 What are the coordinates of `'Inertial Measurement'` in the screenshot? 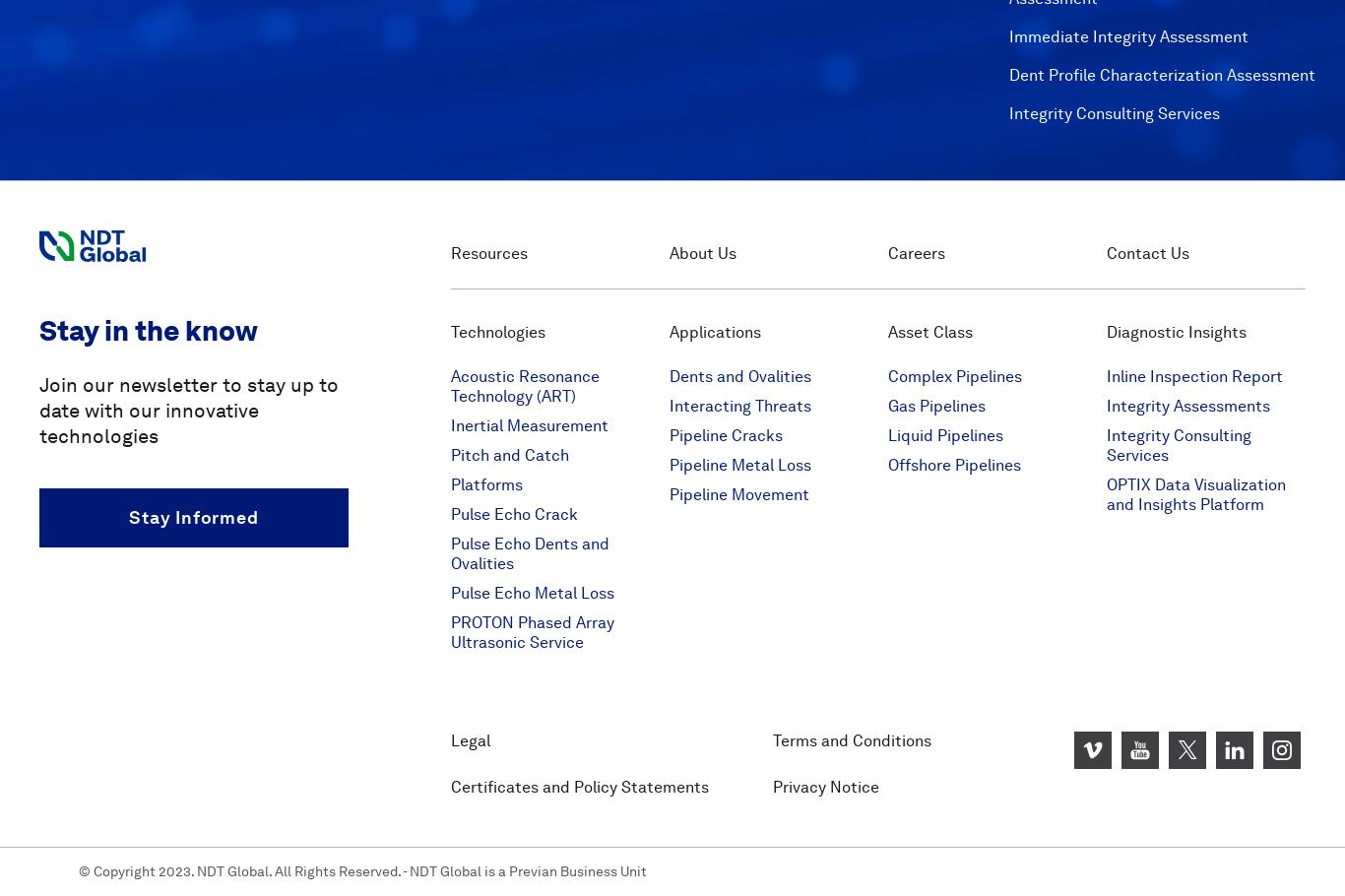 It's located at (530, 424).